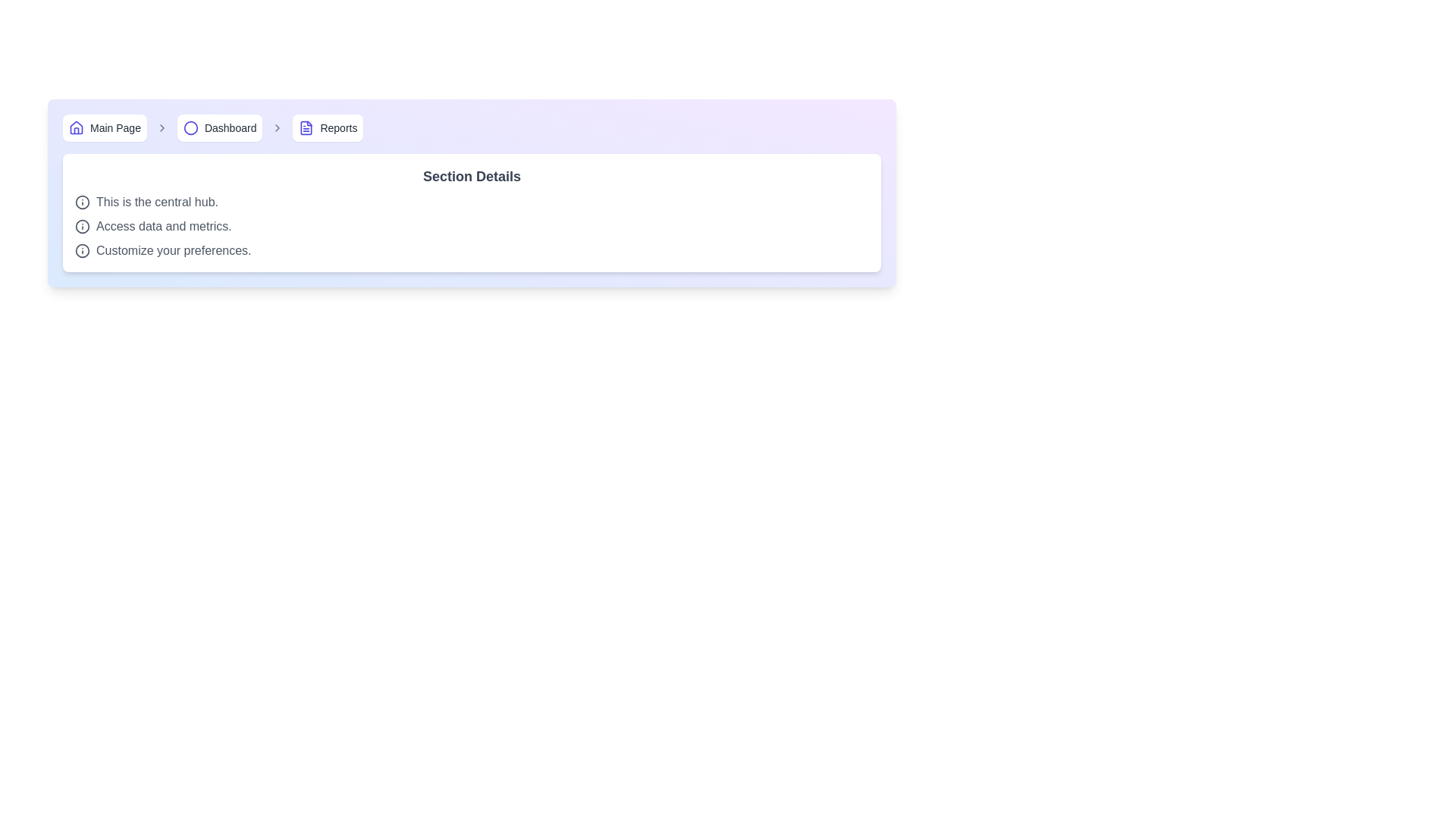  What do you see at coordinates (278, 127) in the screenshot?
I see `the chevron icon that serves as a visual separator in the breadcrumb navigation between 'Dashboard' and 'Reports'. It is the third chevron icon encountered in the left-to-right order` at bounding box center [278, 127].